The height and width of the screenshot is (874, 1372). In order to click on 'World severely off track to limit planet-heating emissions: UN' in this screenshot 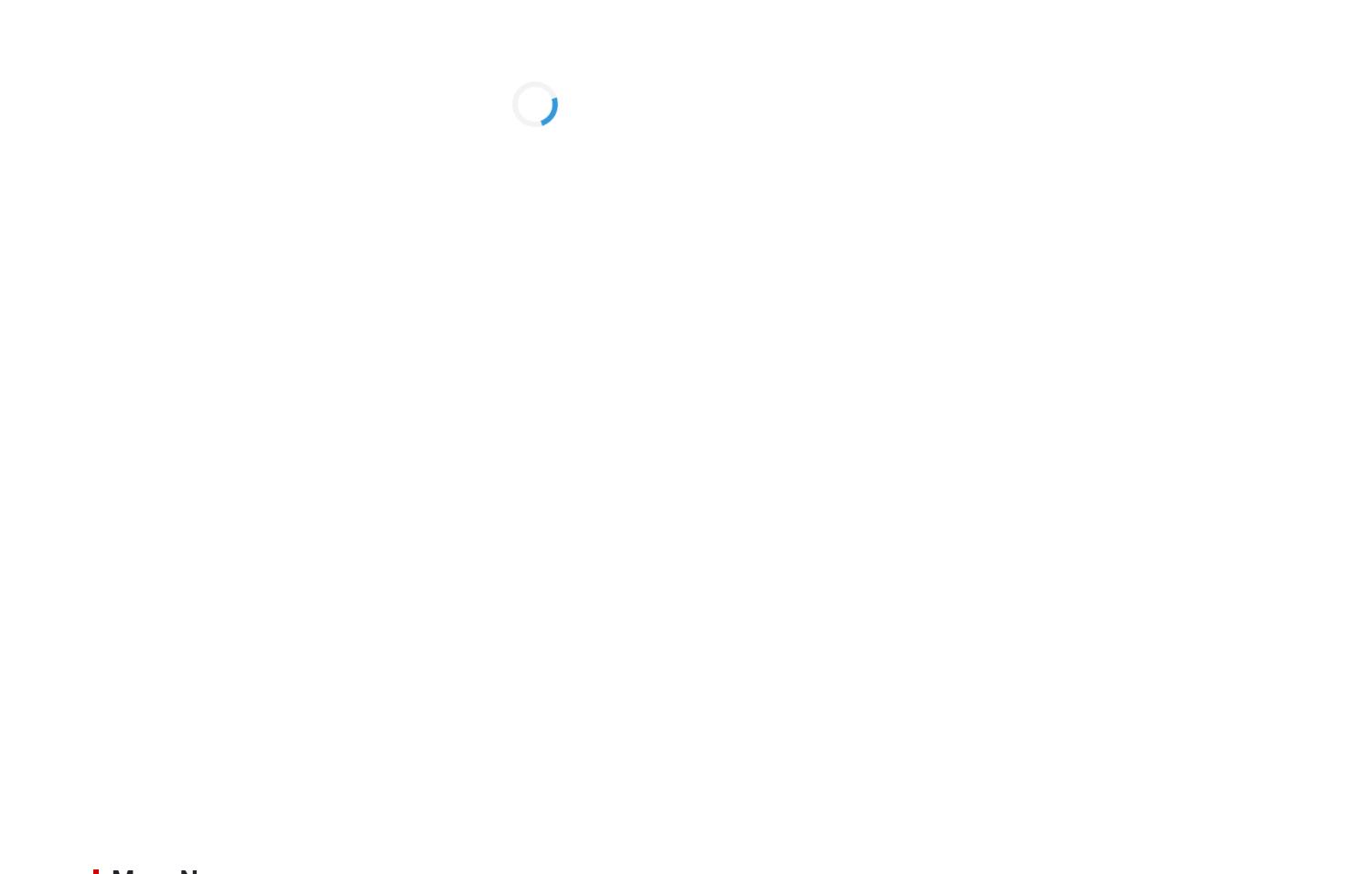, I will do `click(1145, 415)`.